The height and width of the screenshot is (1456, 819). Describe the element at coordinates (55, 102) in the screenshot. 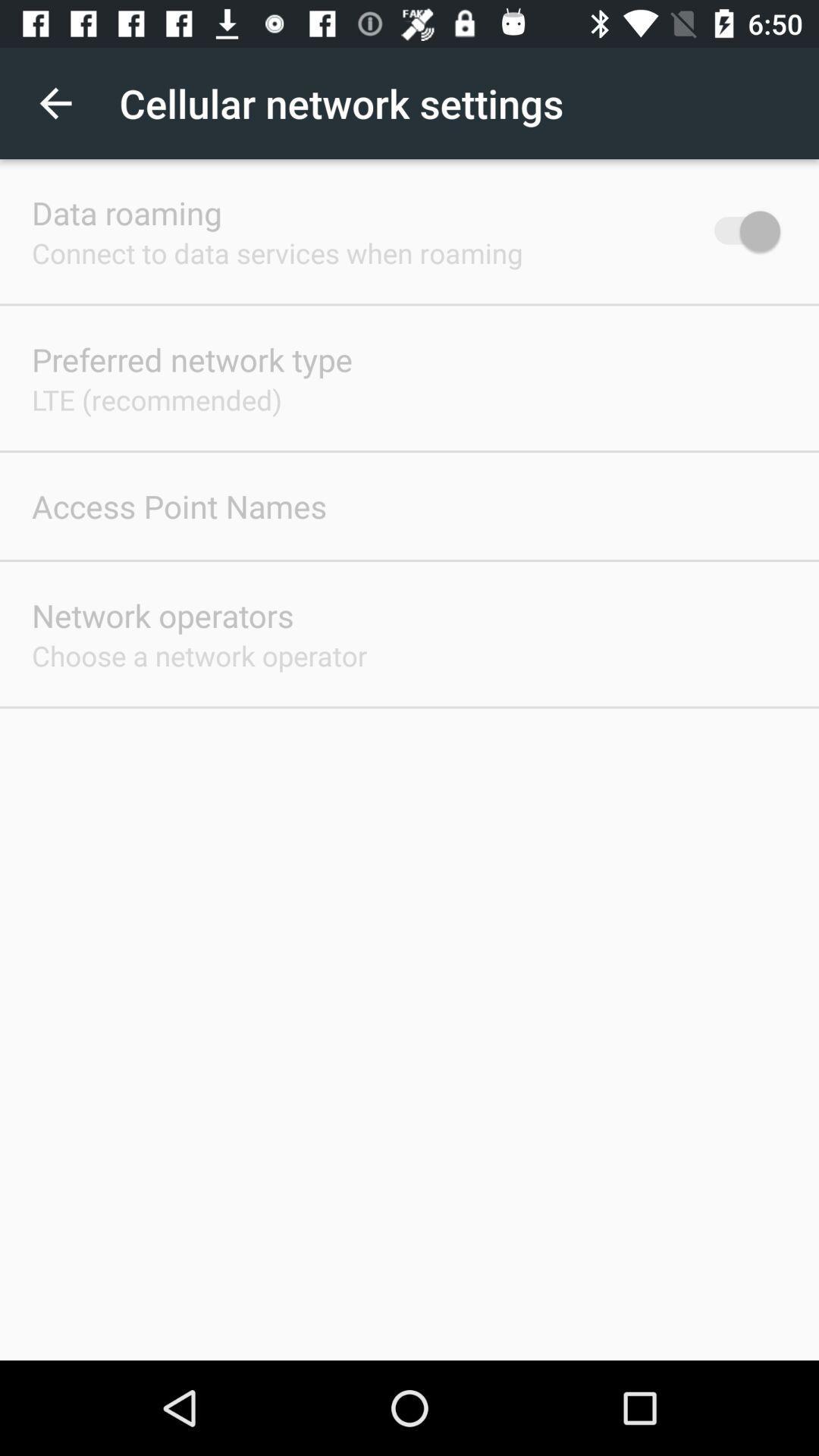

I see `the item to the left of cellular network settings item` at that location.